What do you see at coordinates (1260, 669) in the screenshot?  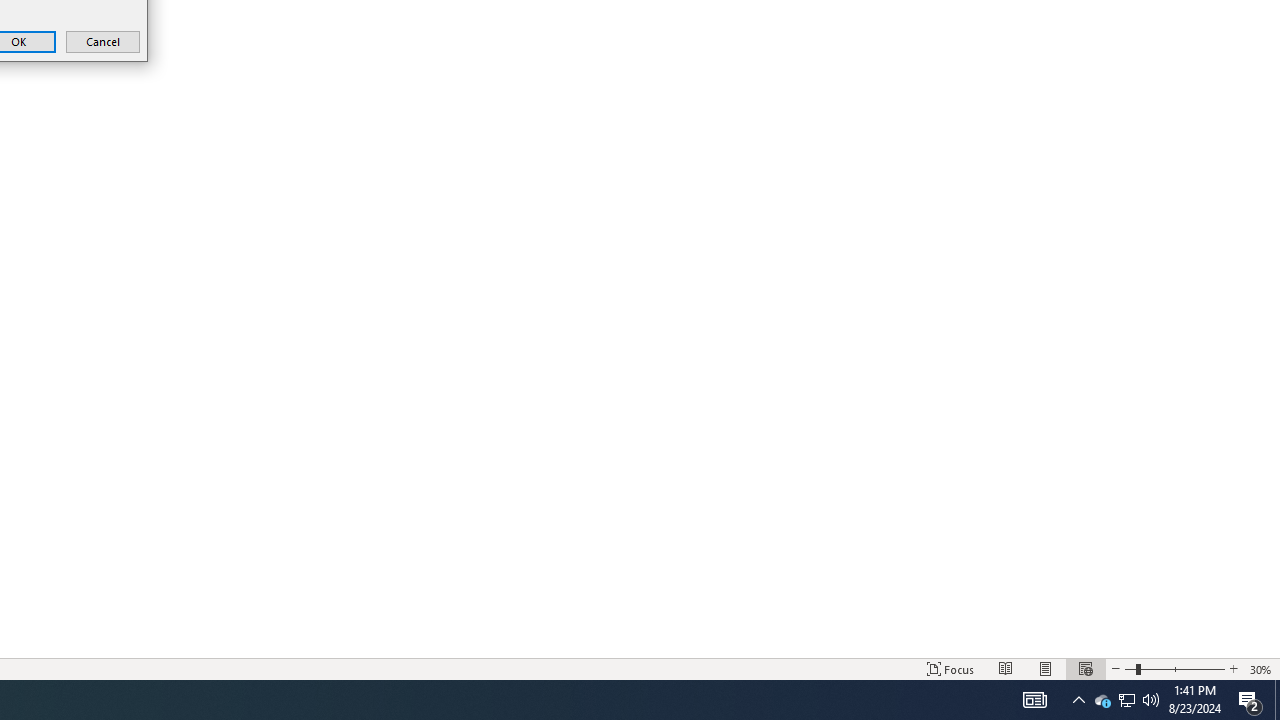 I see `'Zoom 30%'` at bounding box center [1260, 669].